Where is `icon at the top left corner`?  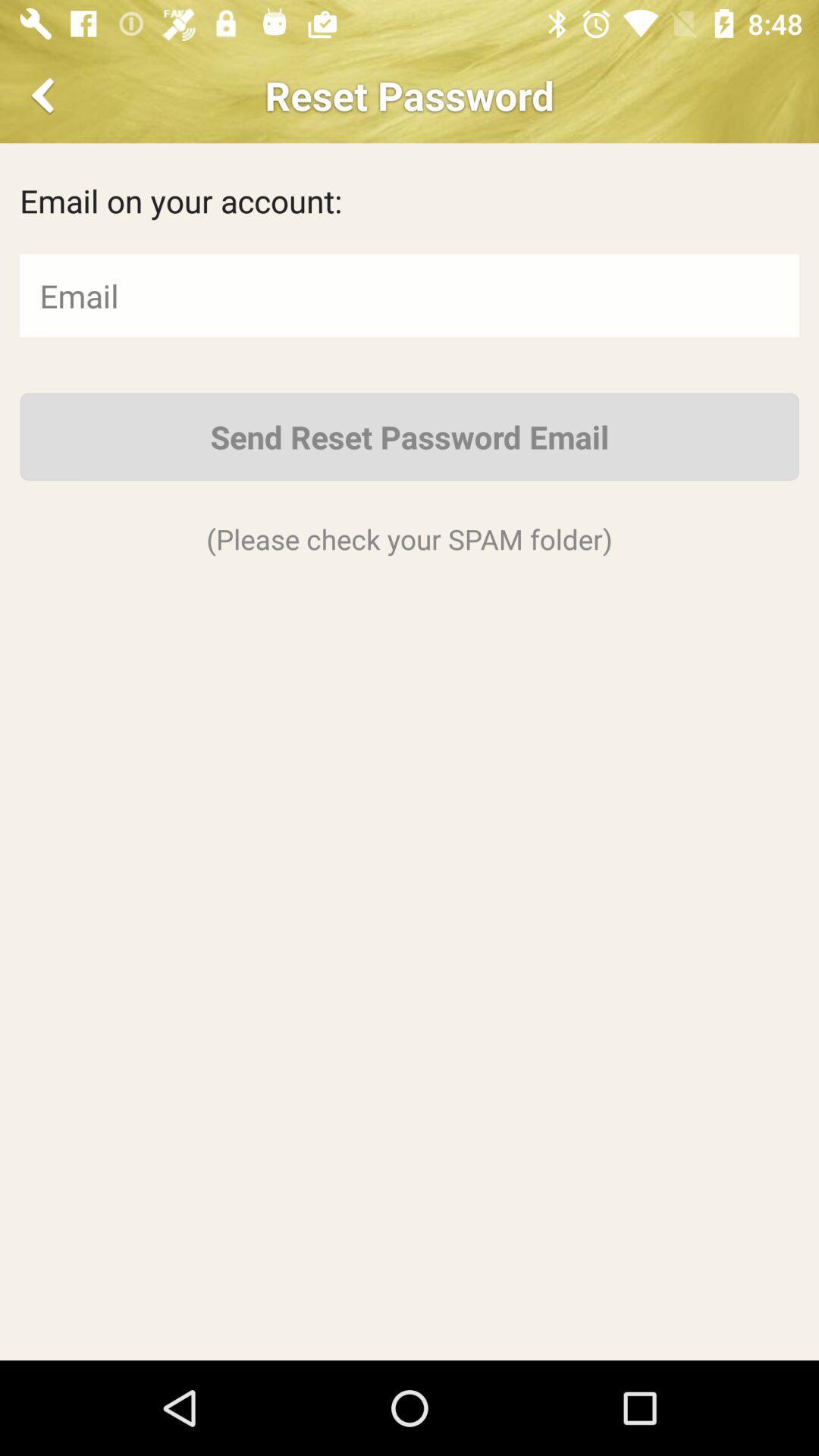
icon at the top left corner is located at coordinates (45, 94).